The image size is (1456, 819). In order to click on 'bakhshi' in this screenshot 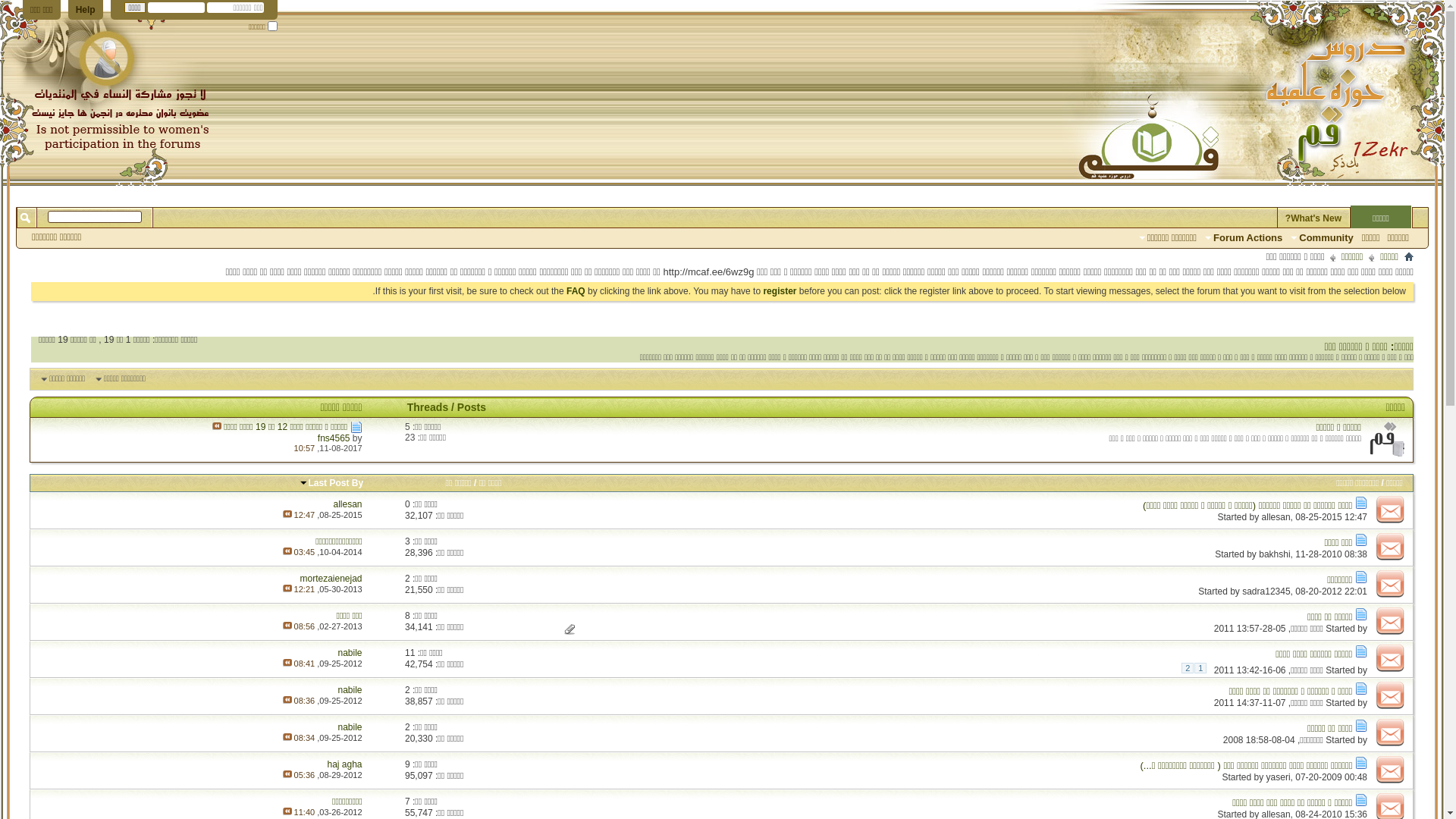, I will do `click(1274, 554)`.